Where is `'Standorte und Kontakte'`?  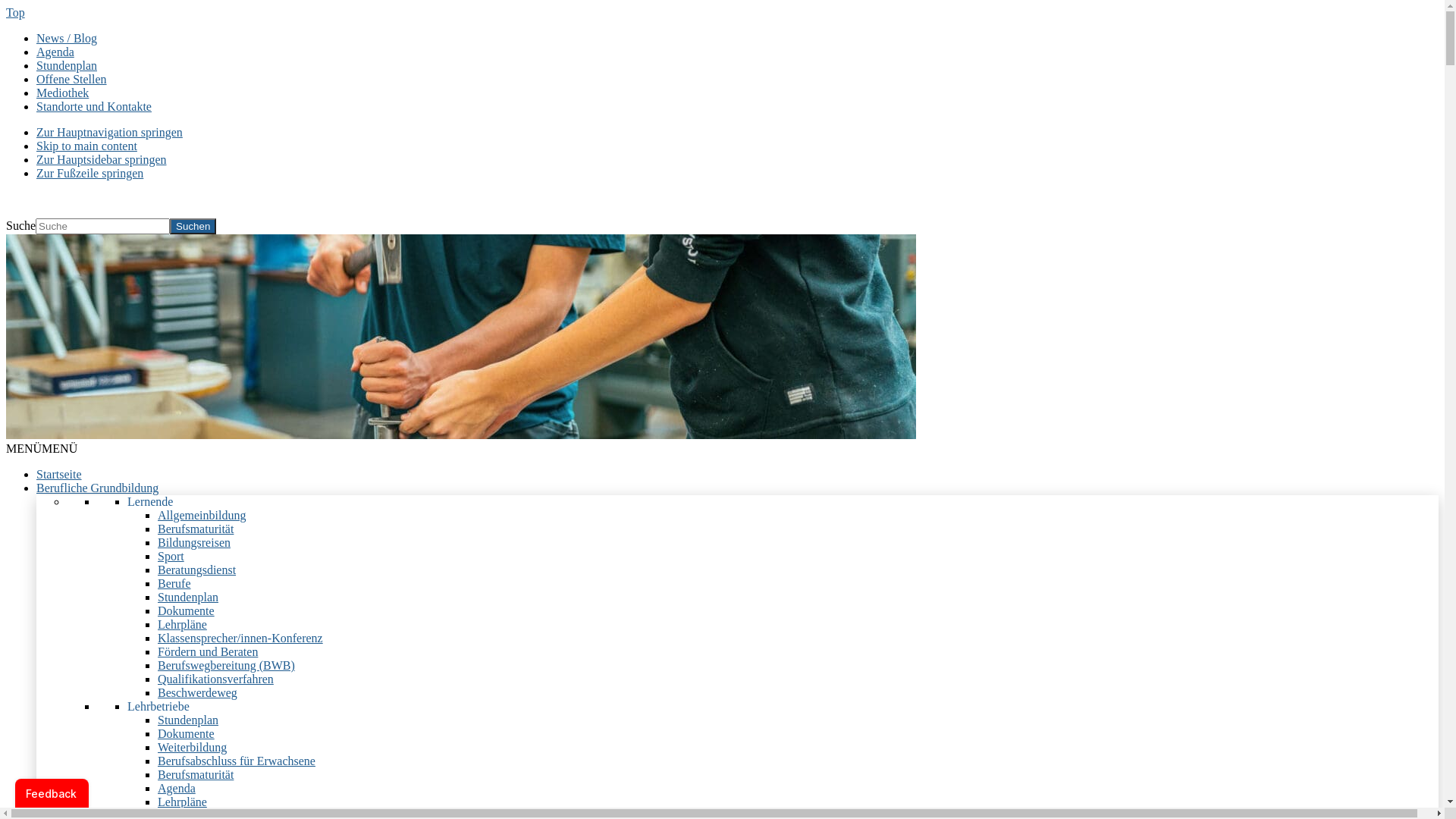 'Standorte und Kontakte' is located at coordinates (93, 105).